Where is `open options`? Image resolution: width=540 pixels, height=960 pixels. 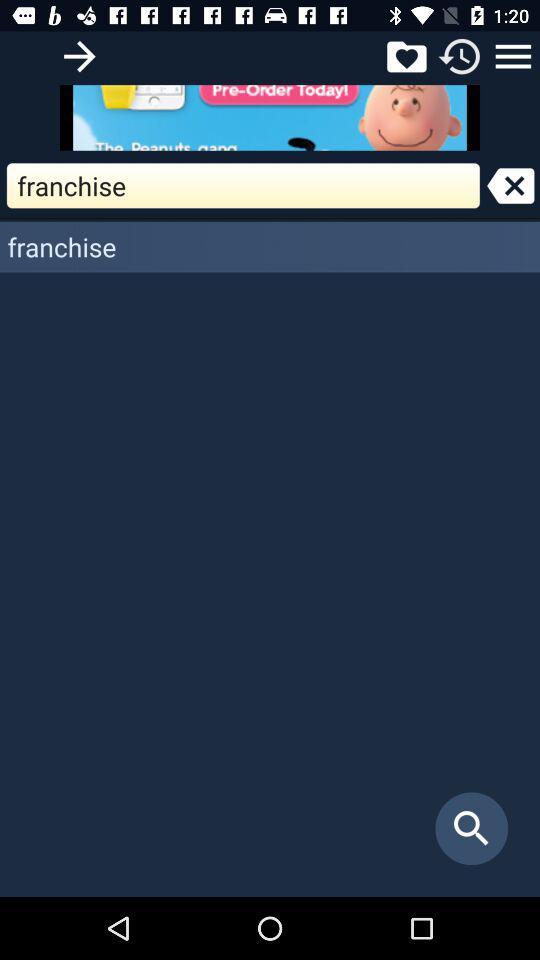 open options is located at coordinates (513, 55).